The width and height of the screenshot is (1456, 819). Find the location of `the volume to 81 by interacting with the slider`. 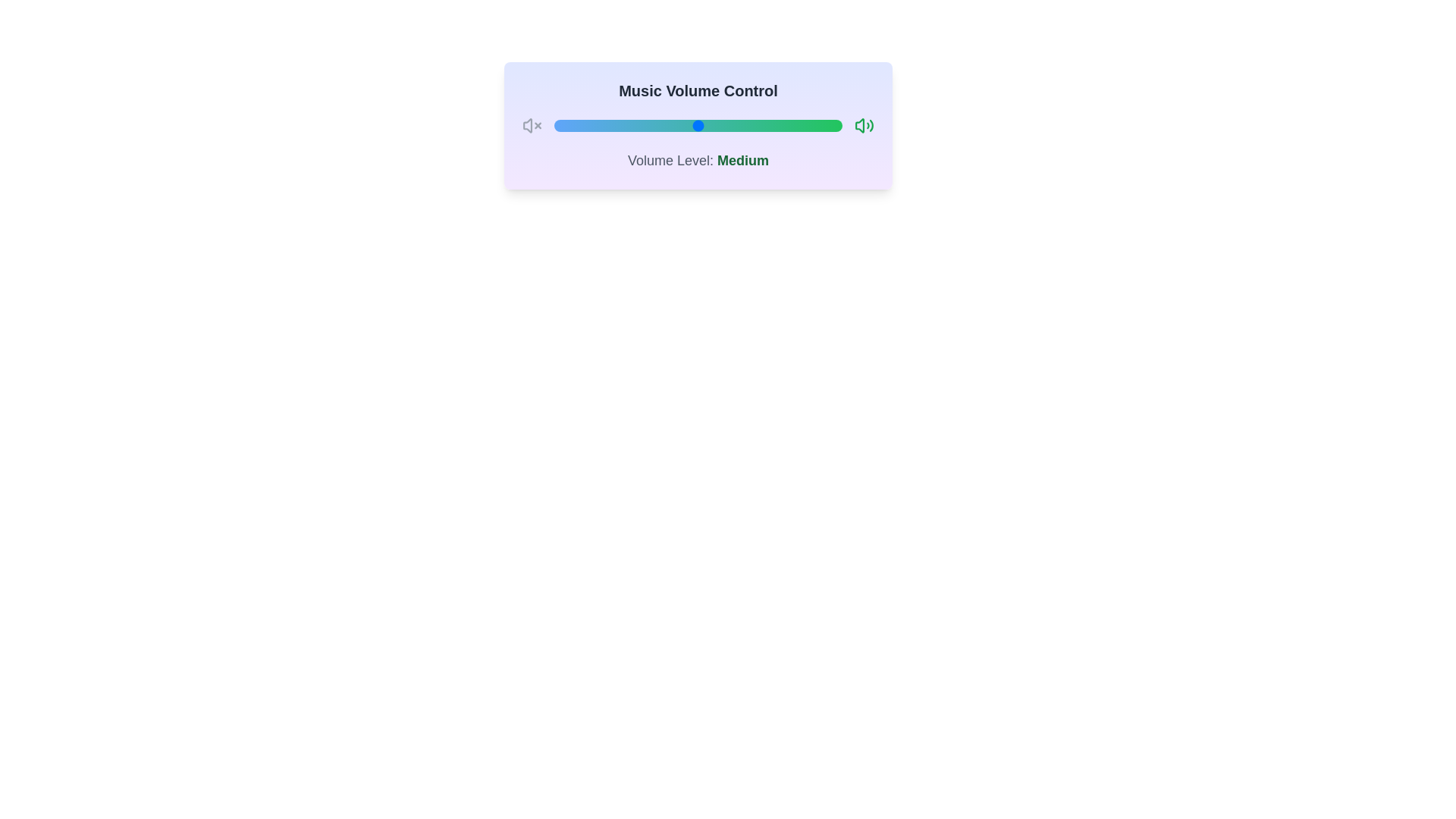

the volume to 81 by interacting with the slider is located at coordinates (787, 124).